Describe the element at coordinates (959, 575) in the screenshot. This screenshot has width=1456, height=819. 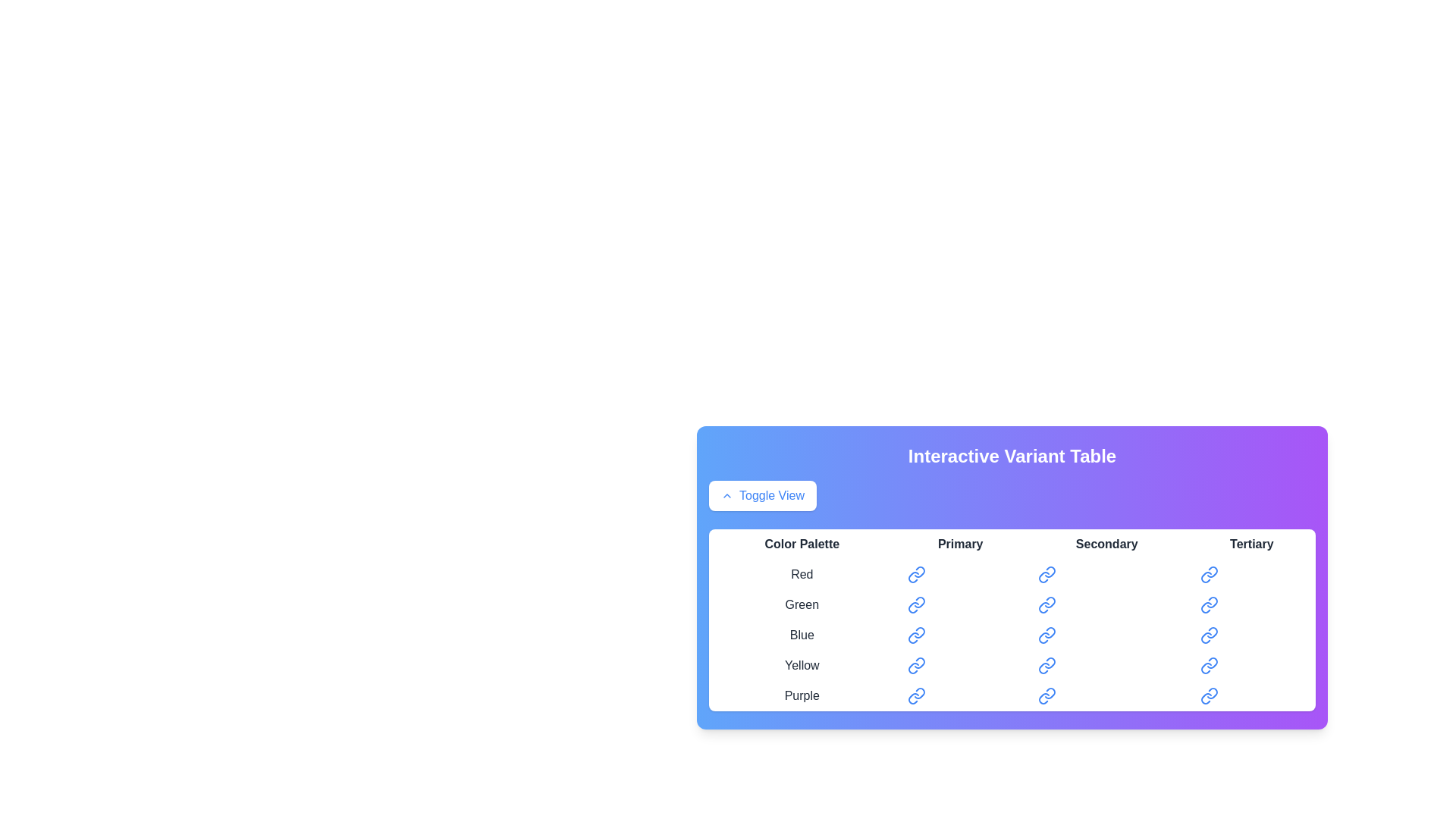
I see `the Label with an icon that identifies the 'Primary - Red' category, located in the row labeled 'Red' in a table under the 'Primary' column, to the right of the 'Color Palette' column` at that location.